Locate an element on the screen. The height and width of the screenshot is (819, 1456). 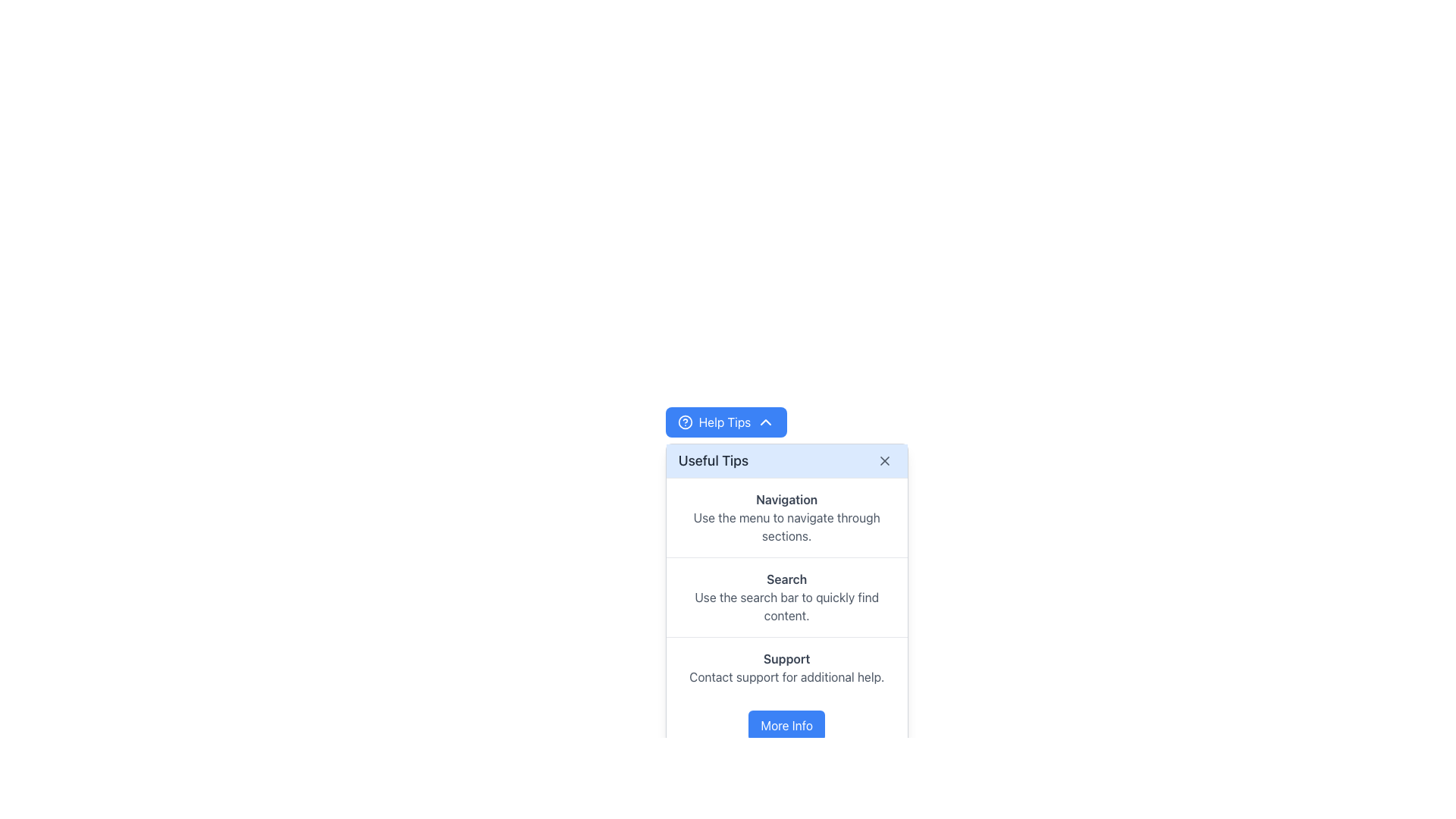
the blue downward-pointing chevron arrow icon located next to the 'Help Tips' label within the button is located at coordinates (766, 422).